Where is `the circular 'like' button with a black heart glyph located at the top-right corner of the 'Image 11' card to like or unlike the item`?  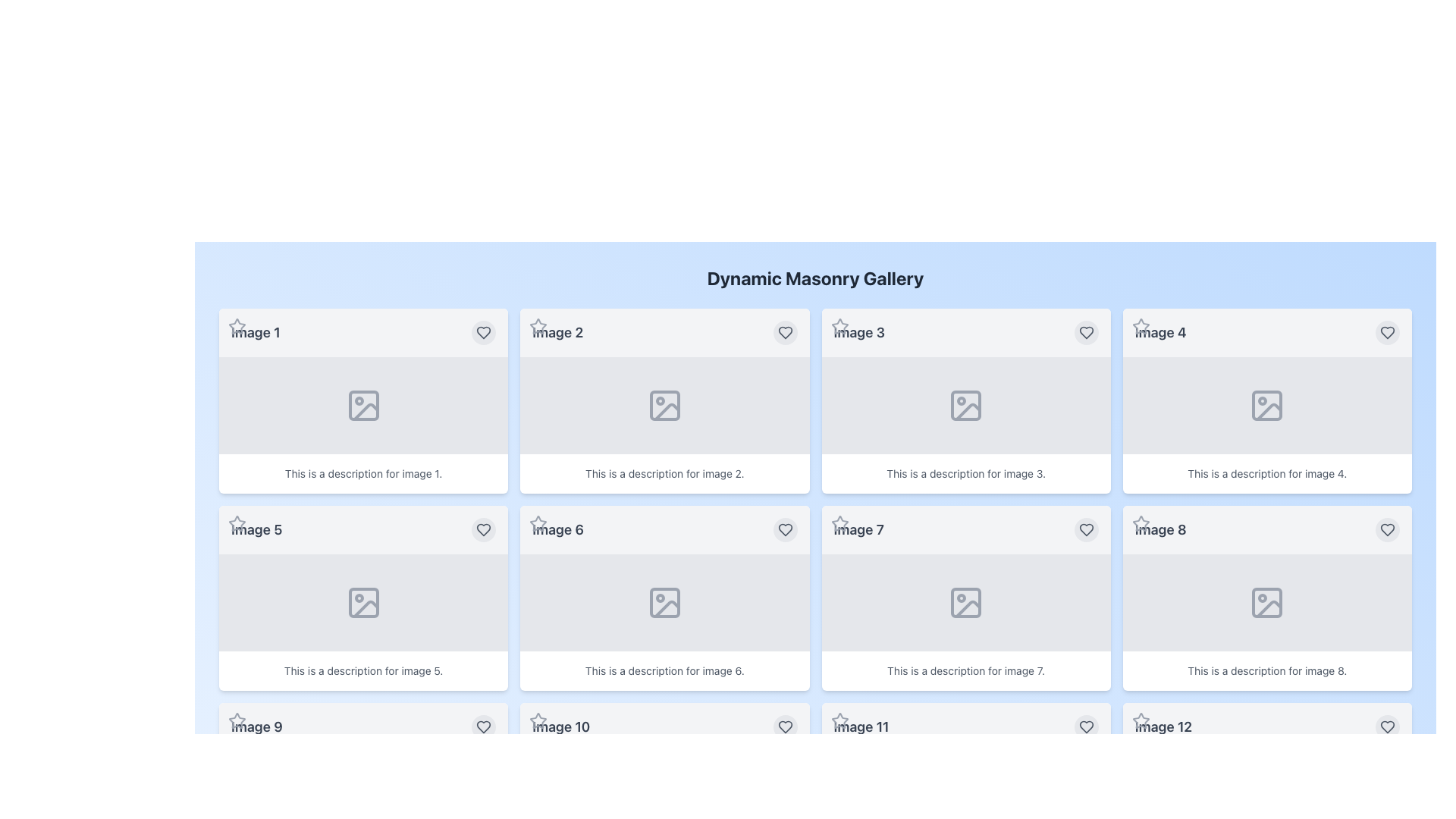 the circular 'like' button with a black heart glyph located at the top-right corner of the 'Image 11' card to like or unlike the item is located at coordinates (1085, 726).